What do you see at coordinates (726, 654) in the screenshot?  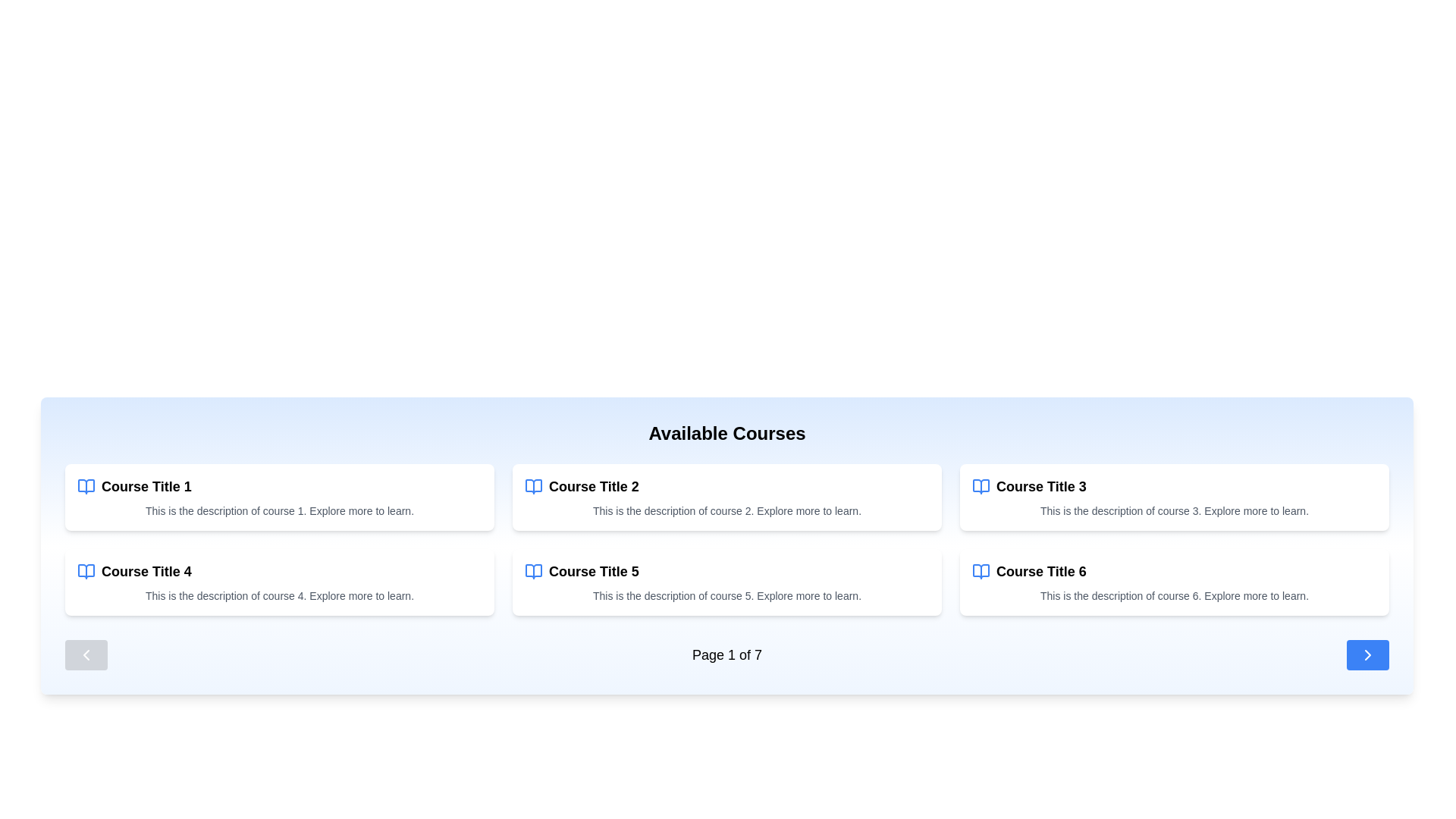 I see `the text display indicating the current page number, which shows 'Page 1 of 7', located at the bottom center of the 'Available Courses' section` at bounding box center [726, 654].